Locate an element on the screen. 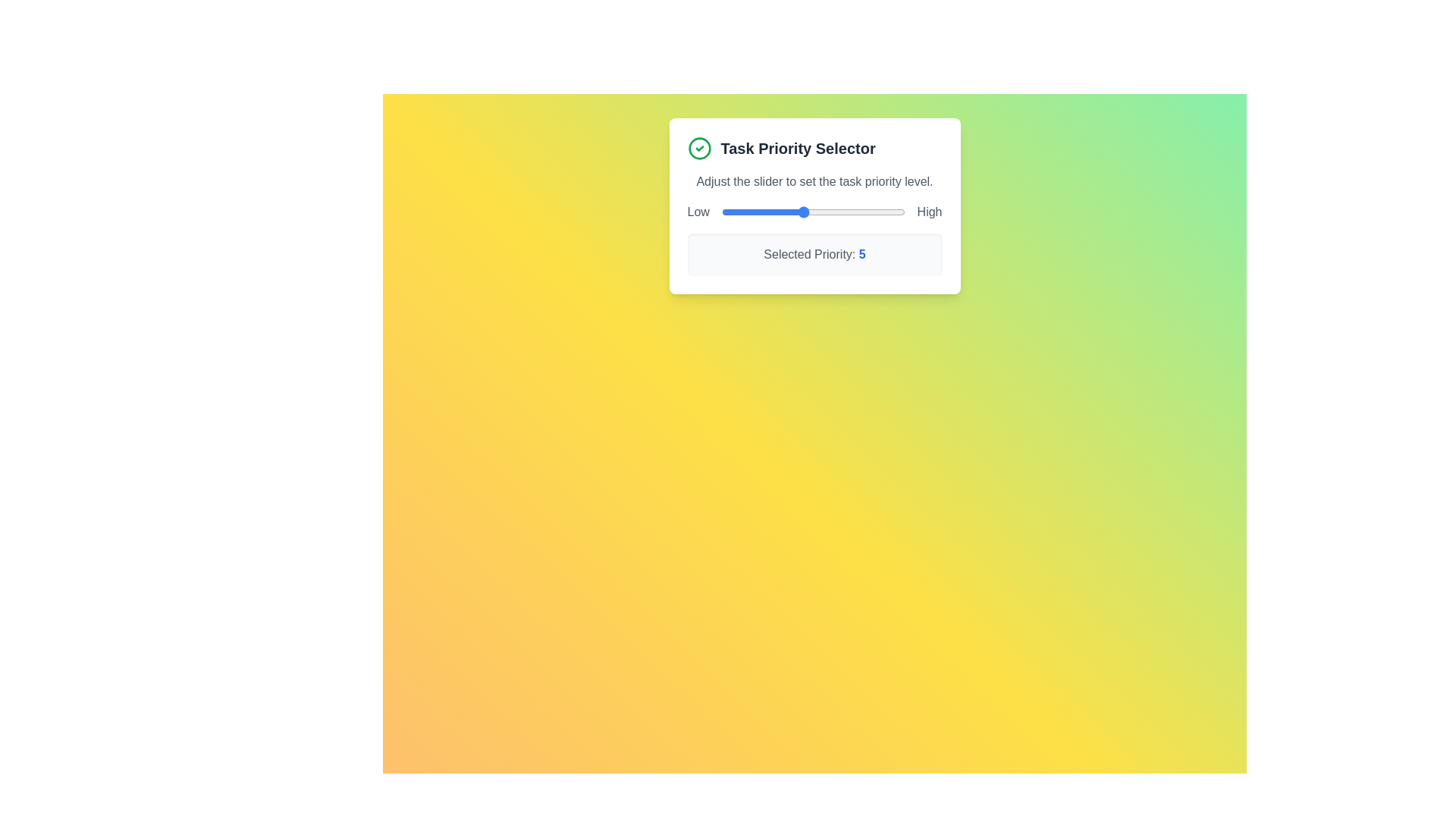  the descriptive text 'Adjust the slider to set the task priority level.' is located at coordinates (814, 180).